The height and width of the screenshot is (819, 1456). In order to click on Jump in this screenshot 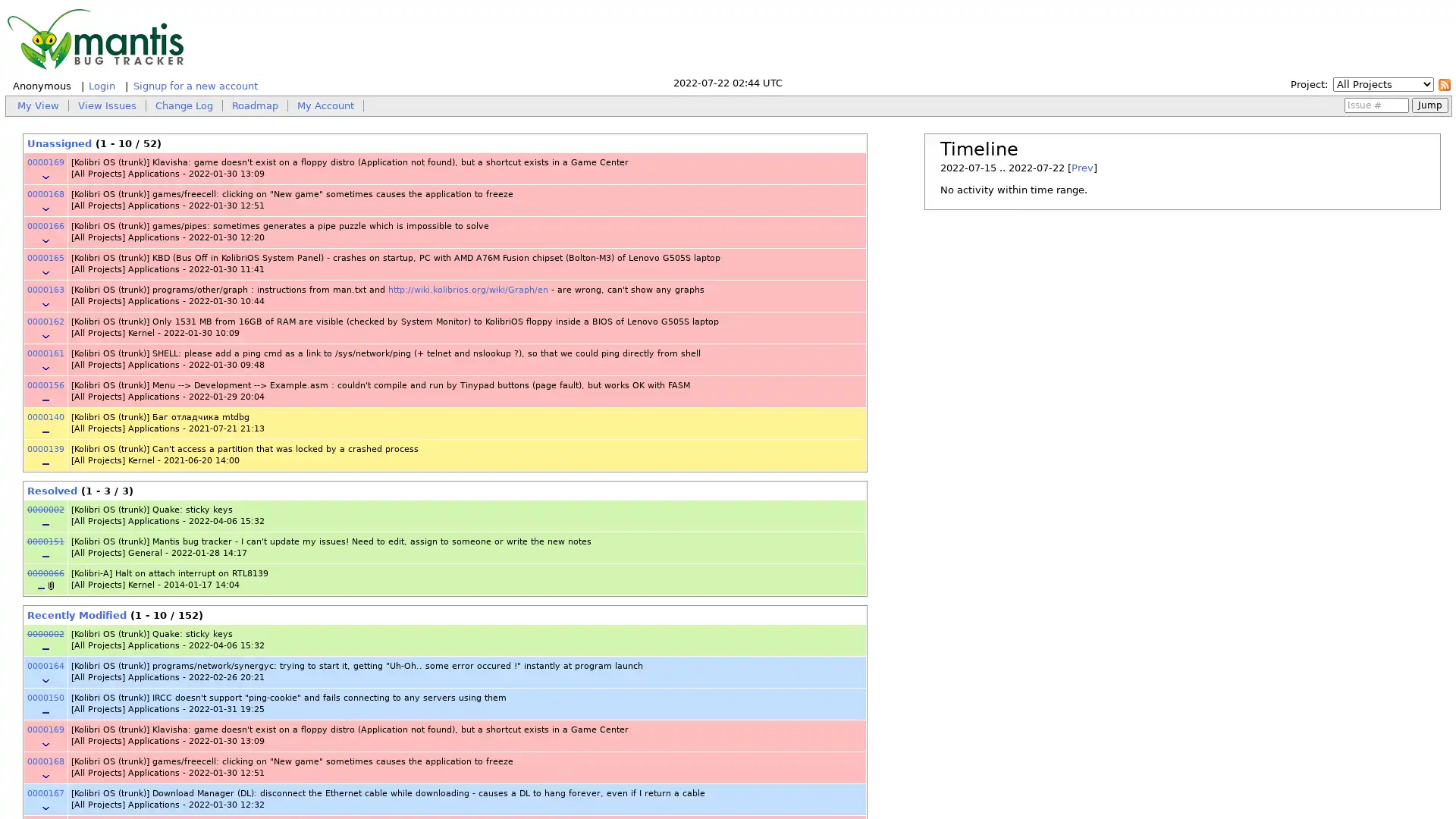, I will do `click(1429, 104)`.